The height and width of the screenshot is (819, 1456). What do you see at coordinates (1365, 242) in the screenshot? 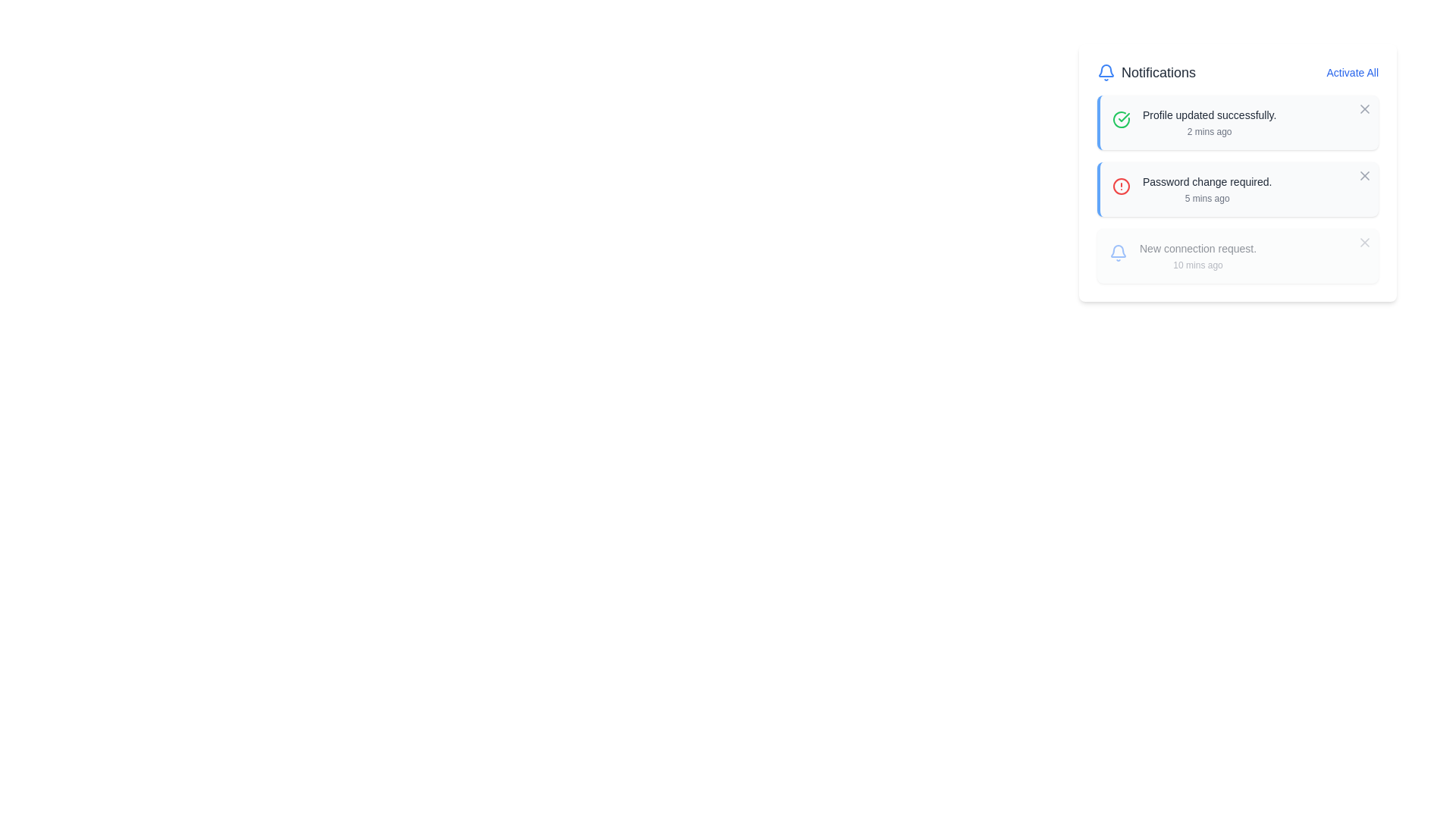
I see `the dismiss button located in the top-right corner of the notification box displaying 'New connection request. 10 mins ago.'` at bounding box center [1365, 242].